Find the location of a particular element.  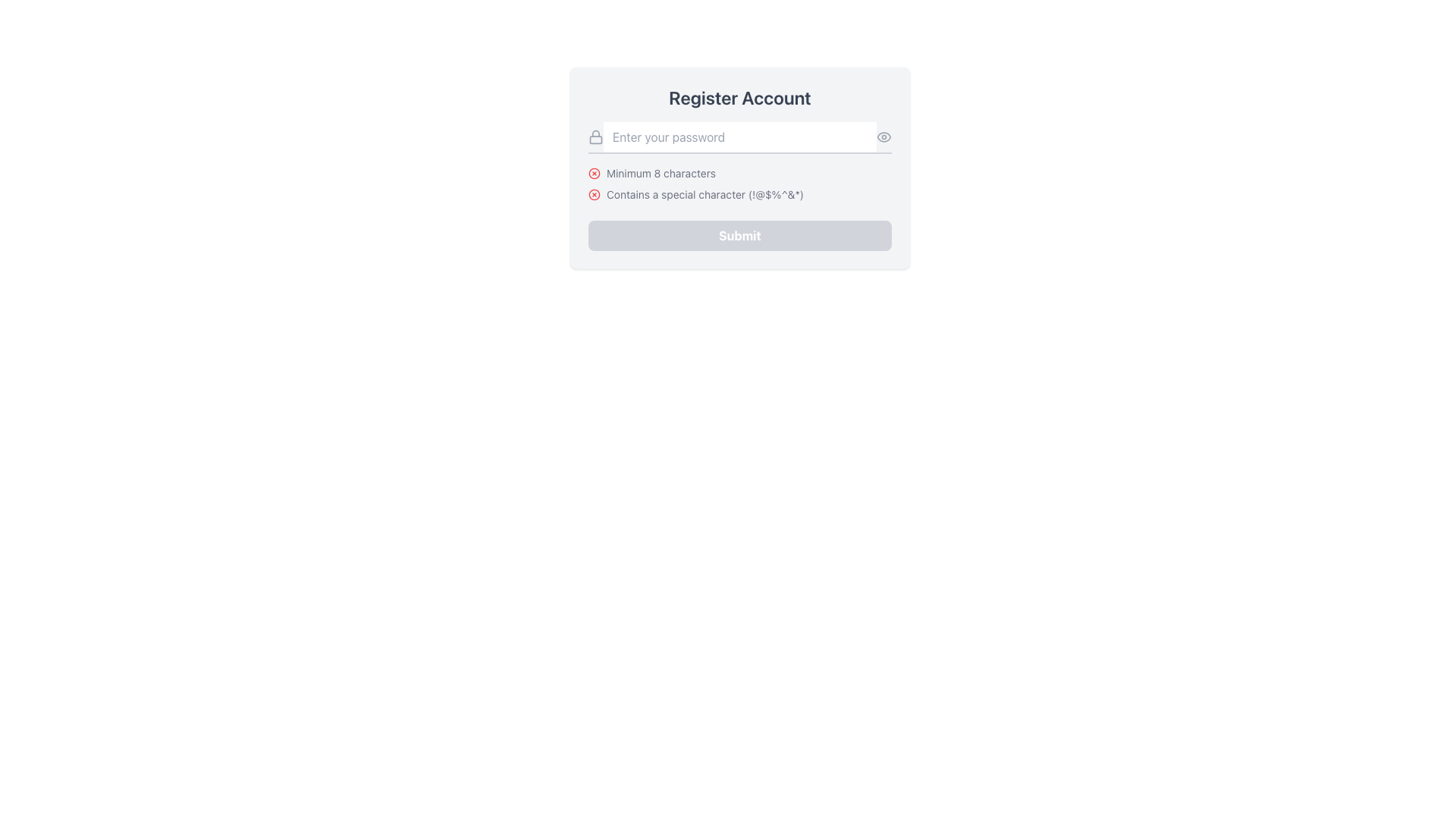

the red circular shape within the SVG graphic that is located near the second validation message is located at coordinates (593, 193).